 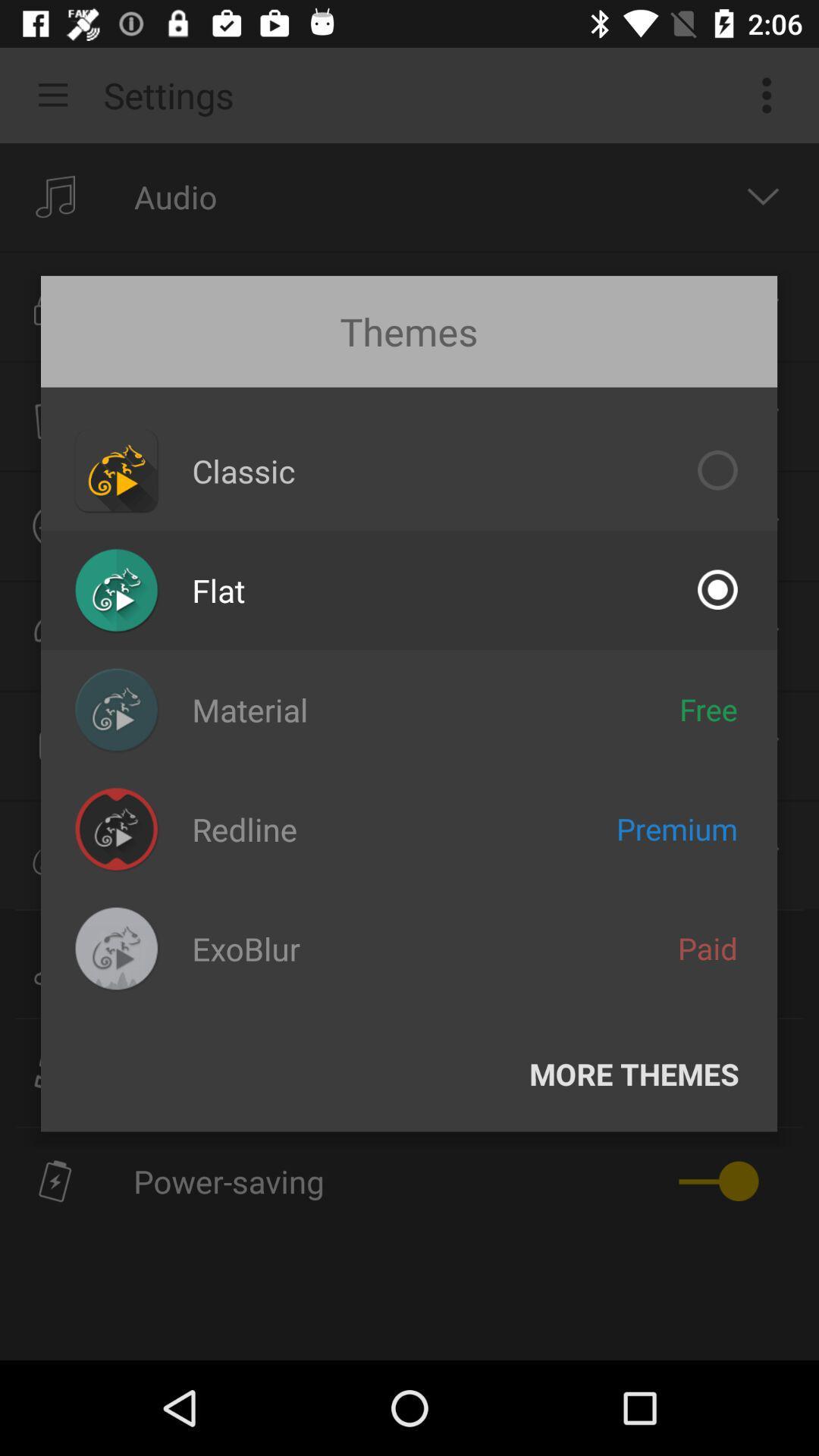 I want to click on more themes, so click(x=634, y=1073).